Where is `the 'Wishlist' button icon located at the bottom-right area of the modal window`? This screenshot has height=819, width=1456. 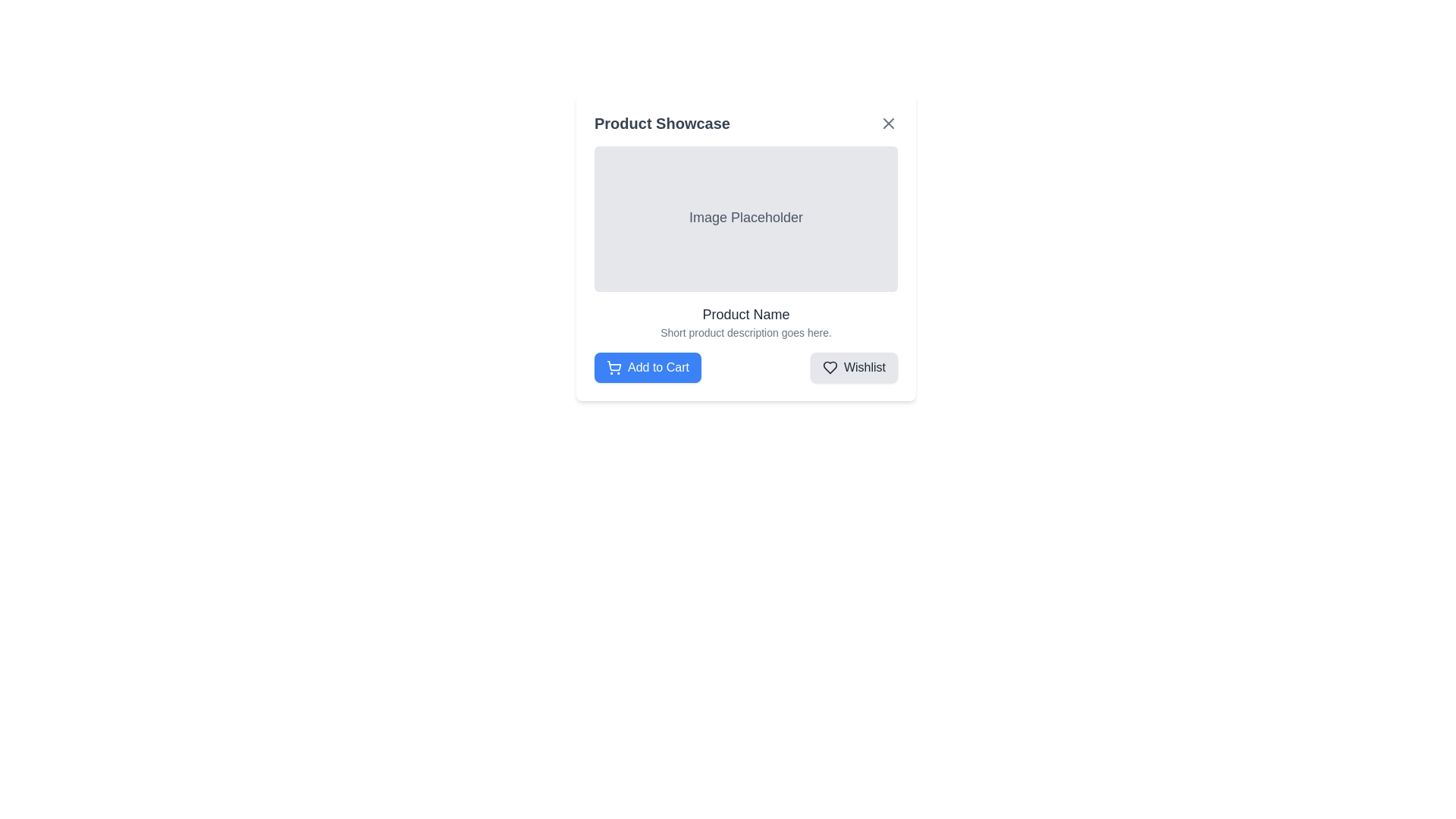
the 'Wishlist' button icon located at the bottom-right area of the modal window is located at coordinates (829, 368).